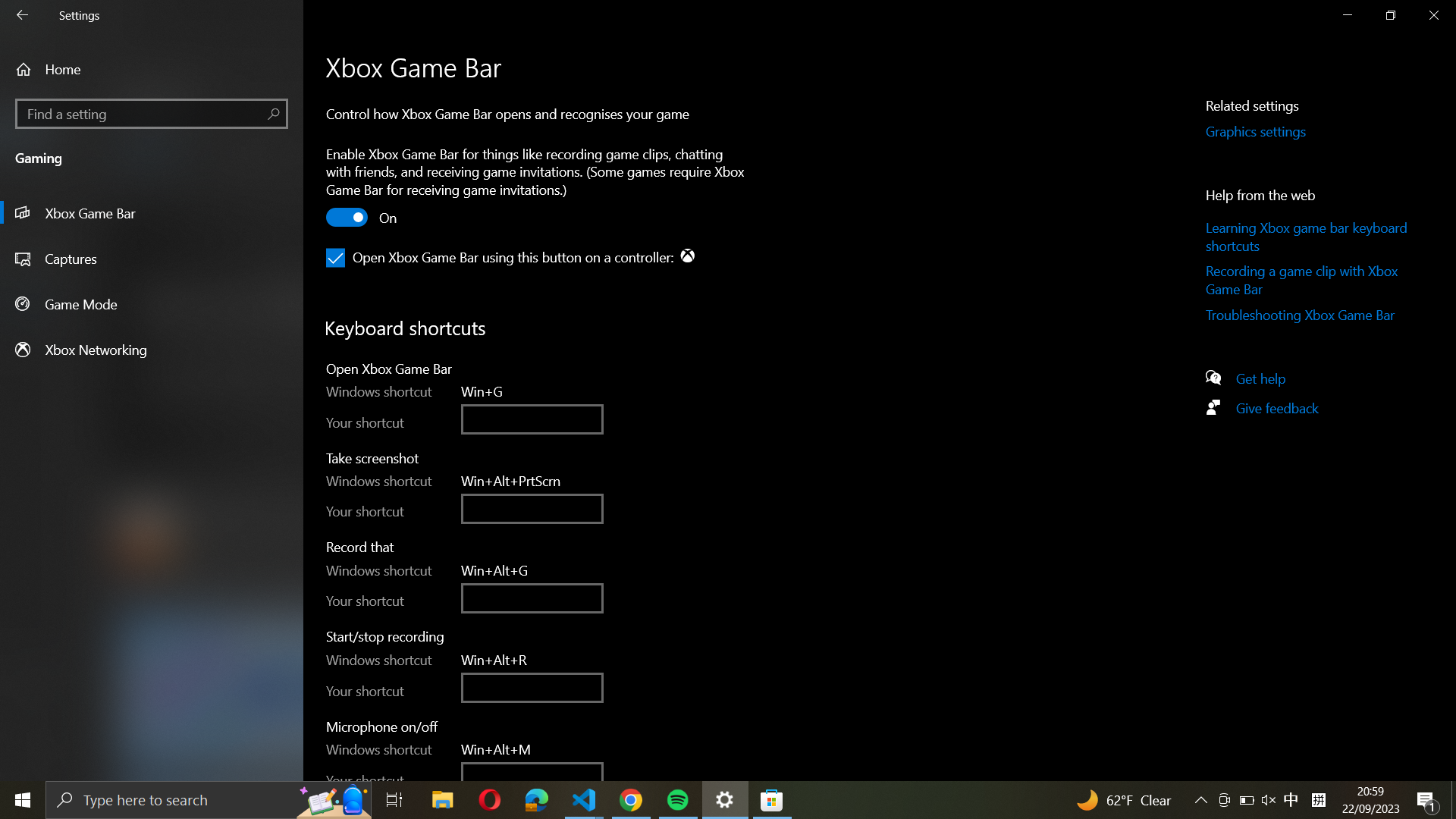  Describe the element at coordinates (1309, 317) in the screenshot. I see `the Troubleshooting Xbox Game Bar page` at that location.